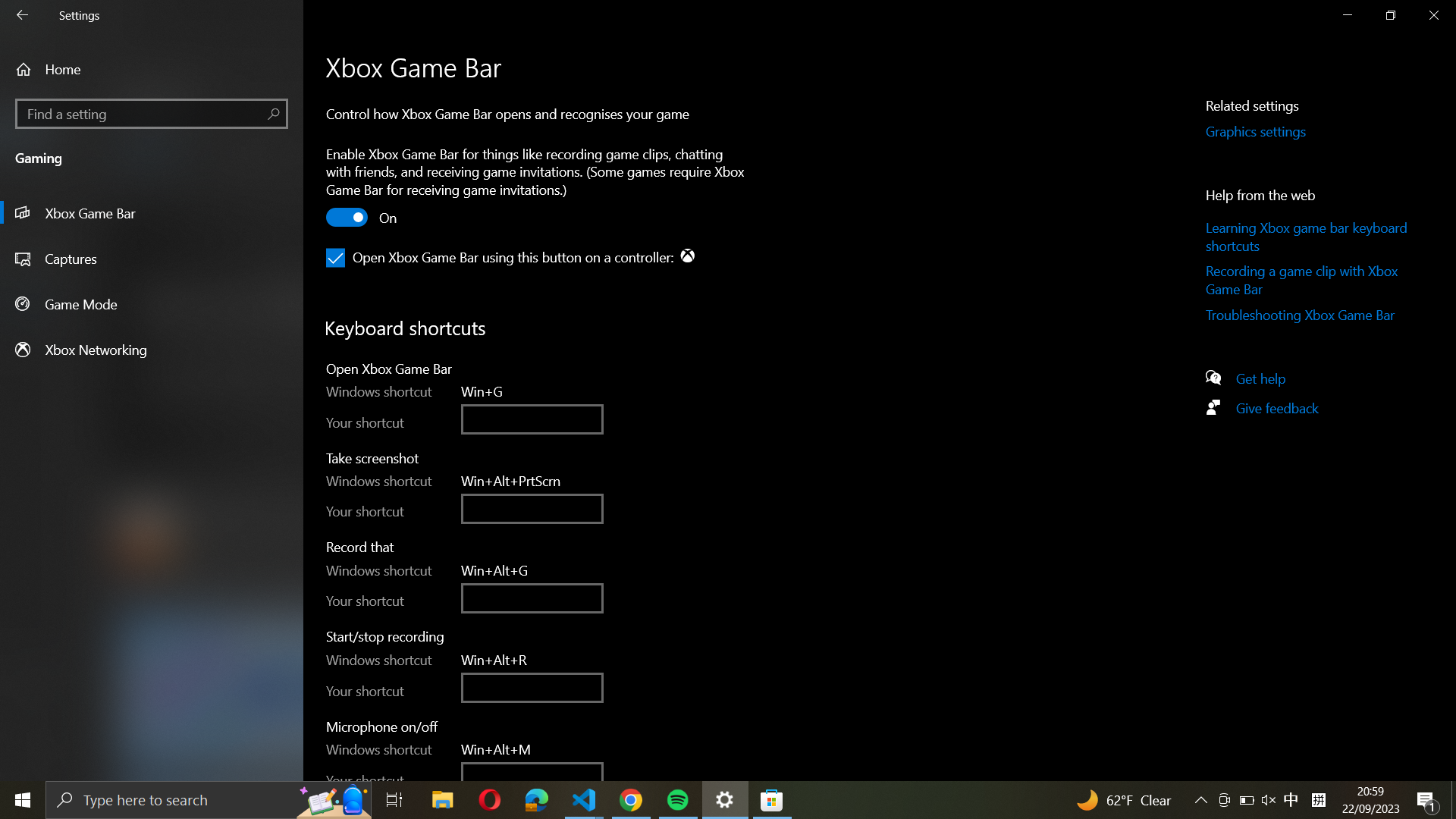  Describe the element at coordinates (1309, 317) in the screenshot. I see `the Troubleshooting Xbox Game Bar page` at that location.